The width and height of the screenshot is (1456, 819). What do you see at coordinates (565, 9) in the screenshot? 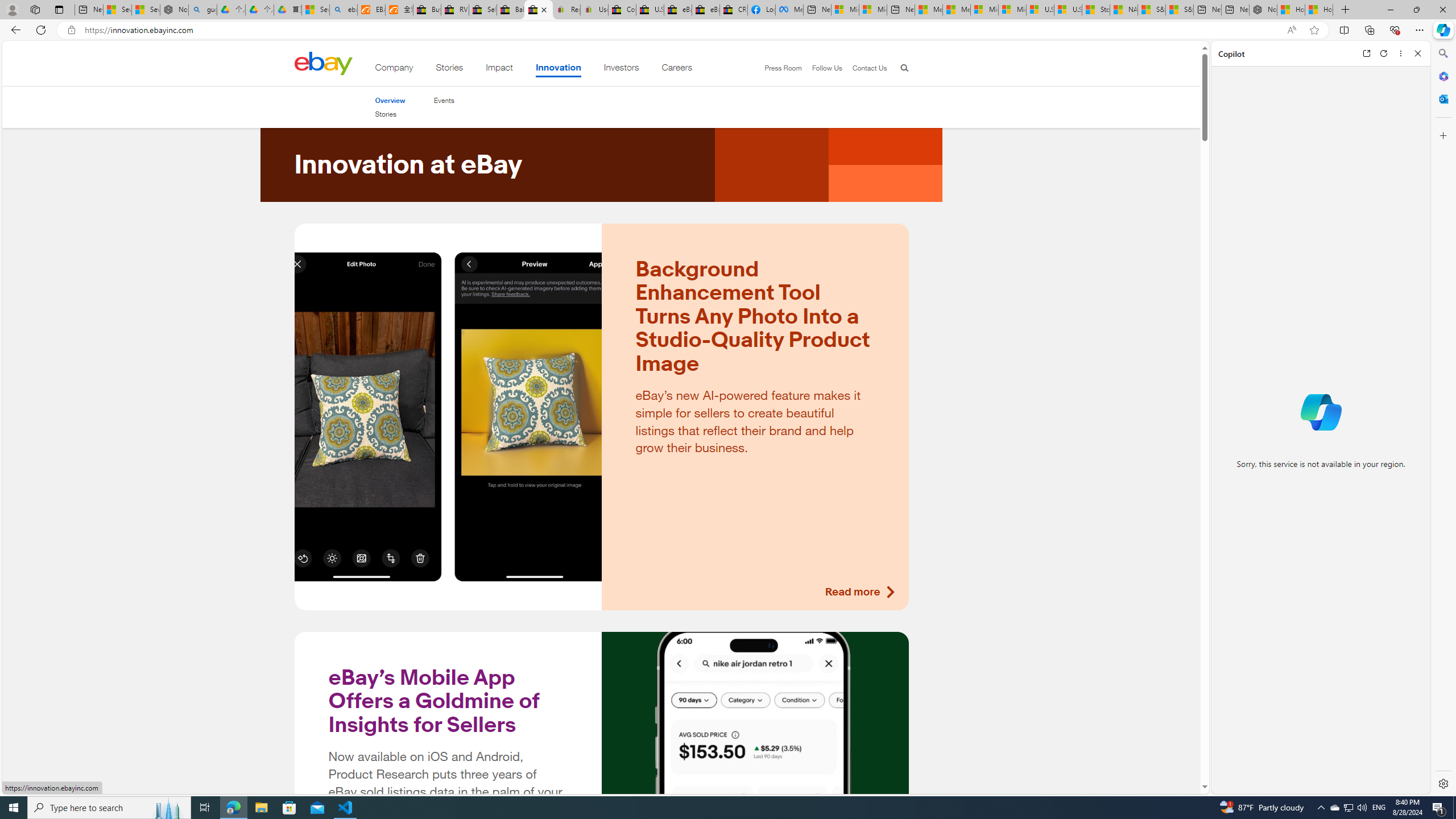
I see `'Register: Create a personal eBay account'` at bounding box center [565, 9].